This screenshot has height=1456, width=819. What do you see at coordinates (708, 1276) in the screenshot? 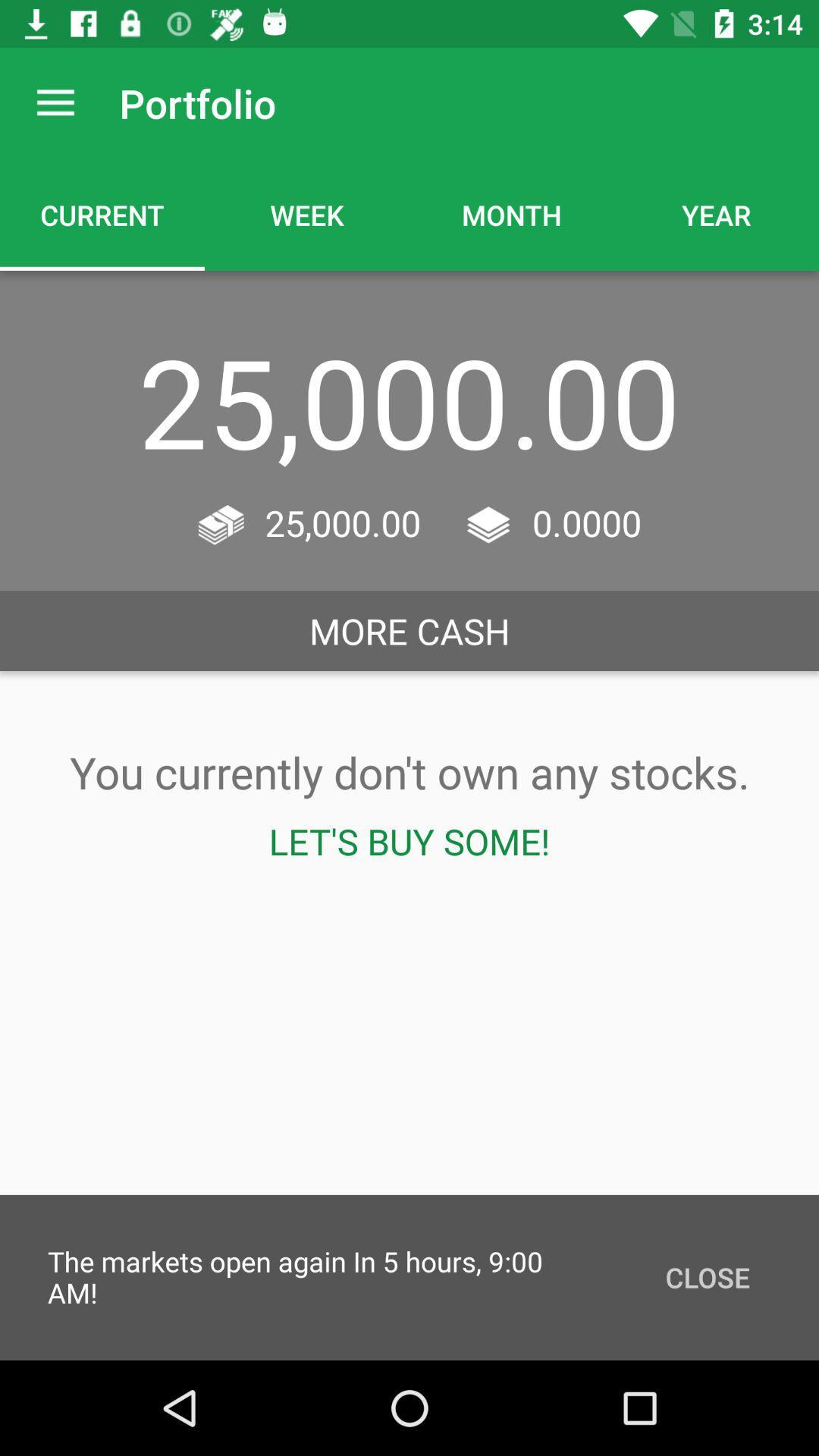
I see `icon next to the the markets open` at bounding box center [708, 1276].